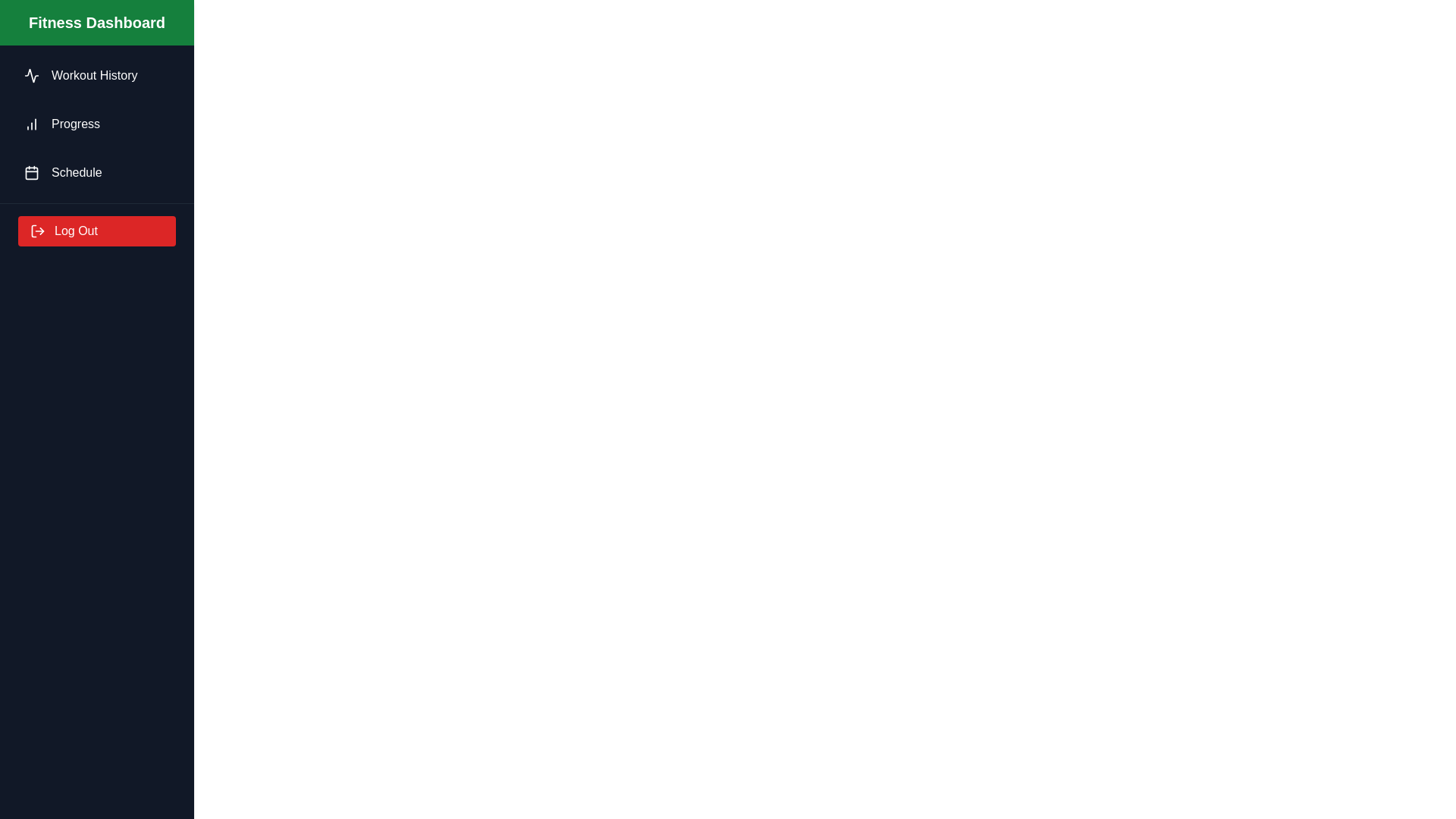 The height and width of the screenshot is (819, 1456). What do you see at coordinates (96, 231) in the screenshot?
I see `the prominent red 'Log Out' button located at the bottom of the sidebar to log out` at bounding box center [96, 231].